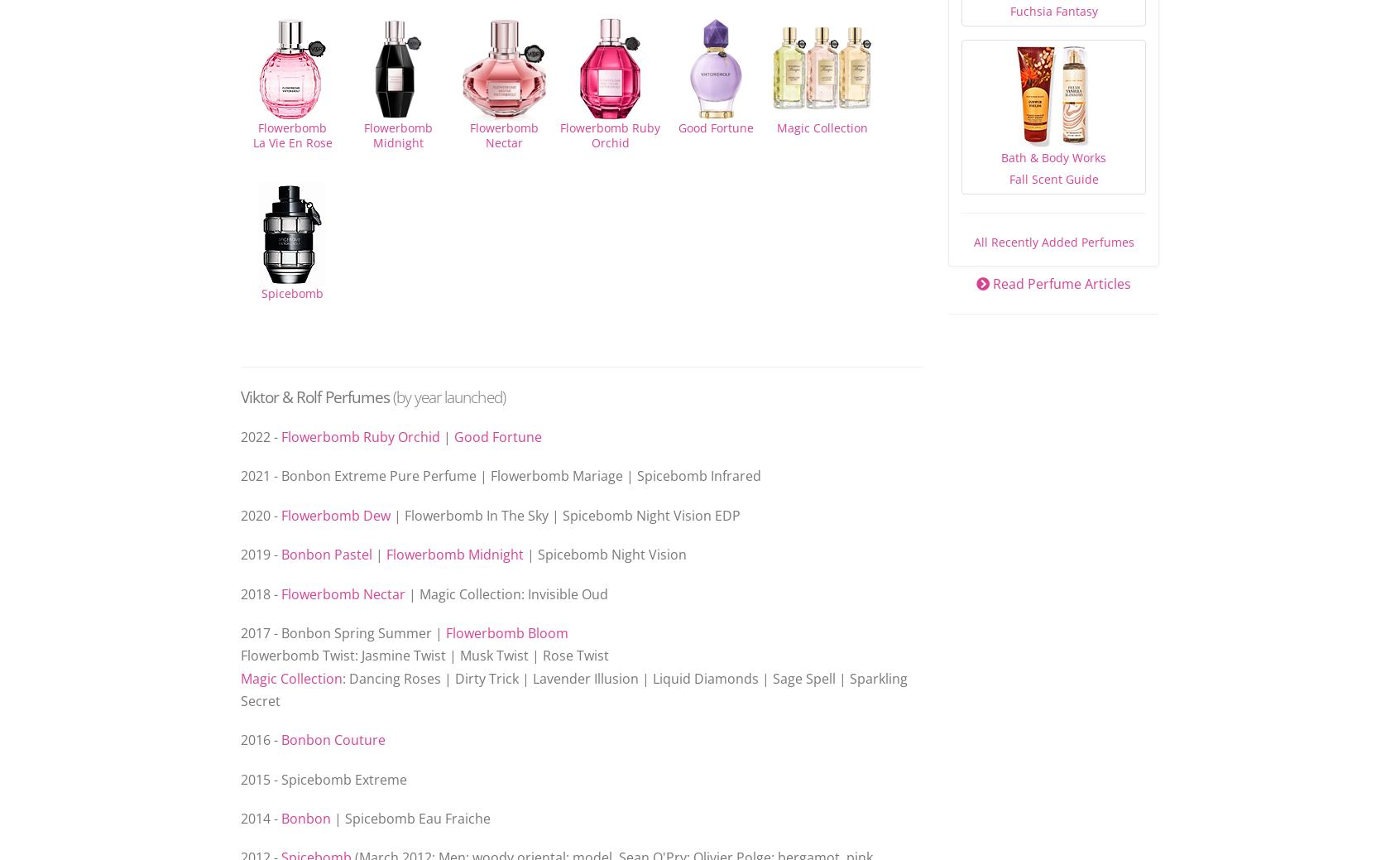 The height and width of the screenshot is (860, 1400). I want to click on '| Spicebomb Night Vision', so click(604, 555).